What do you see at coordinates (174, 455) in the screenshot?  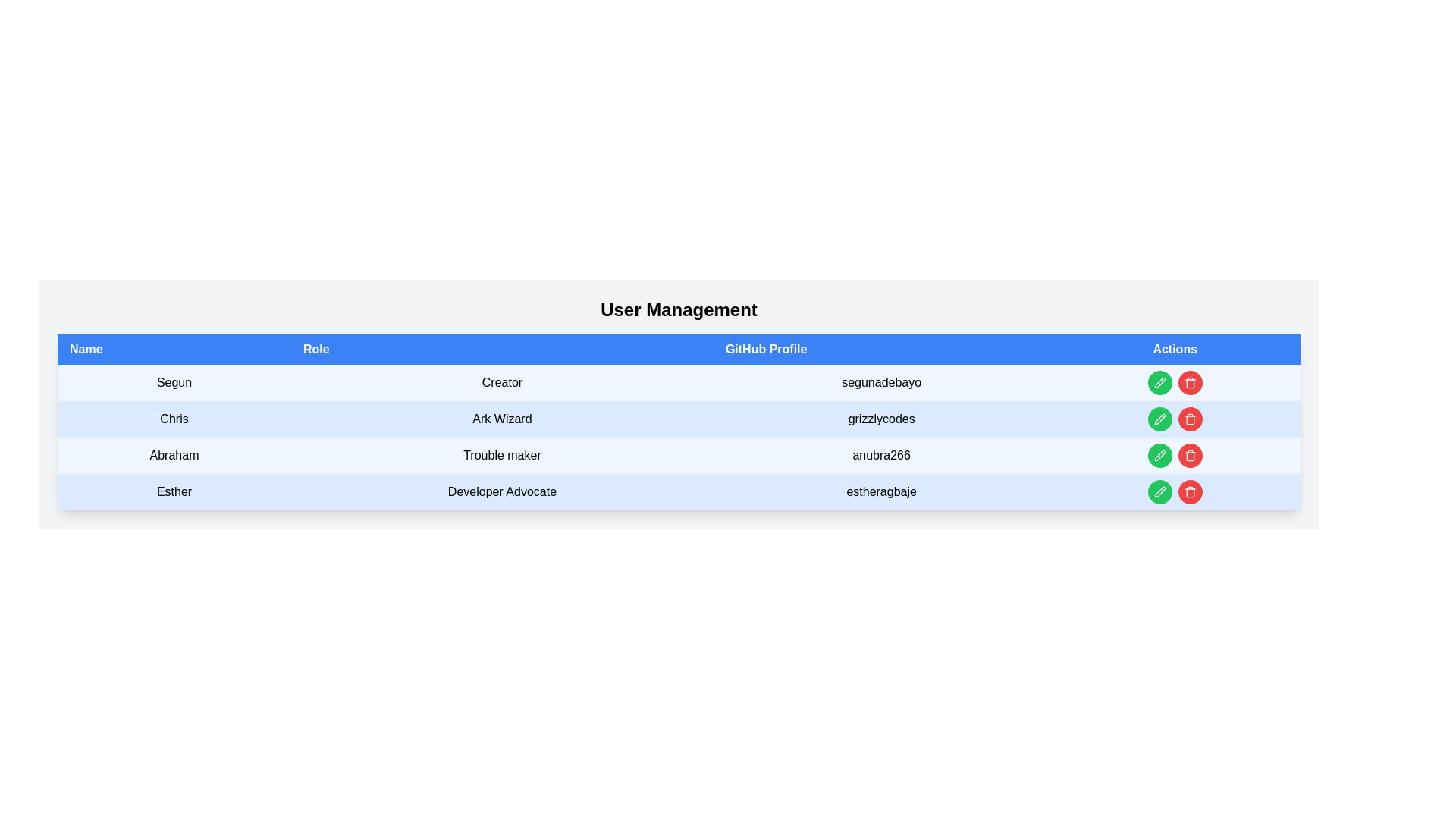 I see `the Label element displaying the name 'Abraham', which is the first cell in the third row of a user table under the 'Name' column` at bounding box center [174, 455].